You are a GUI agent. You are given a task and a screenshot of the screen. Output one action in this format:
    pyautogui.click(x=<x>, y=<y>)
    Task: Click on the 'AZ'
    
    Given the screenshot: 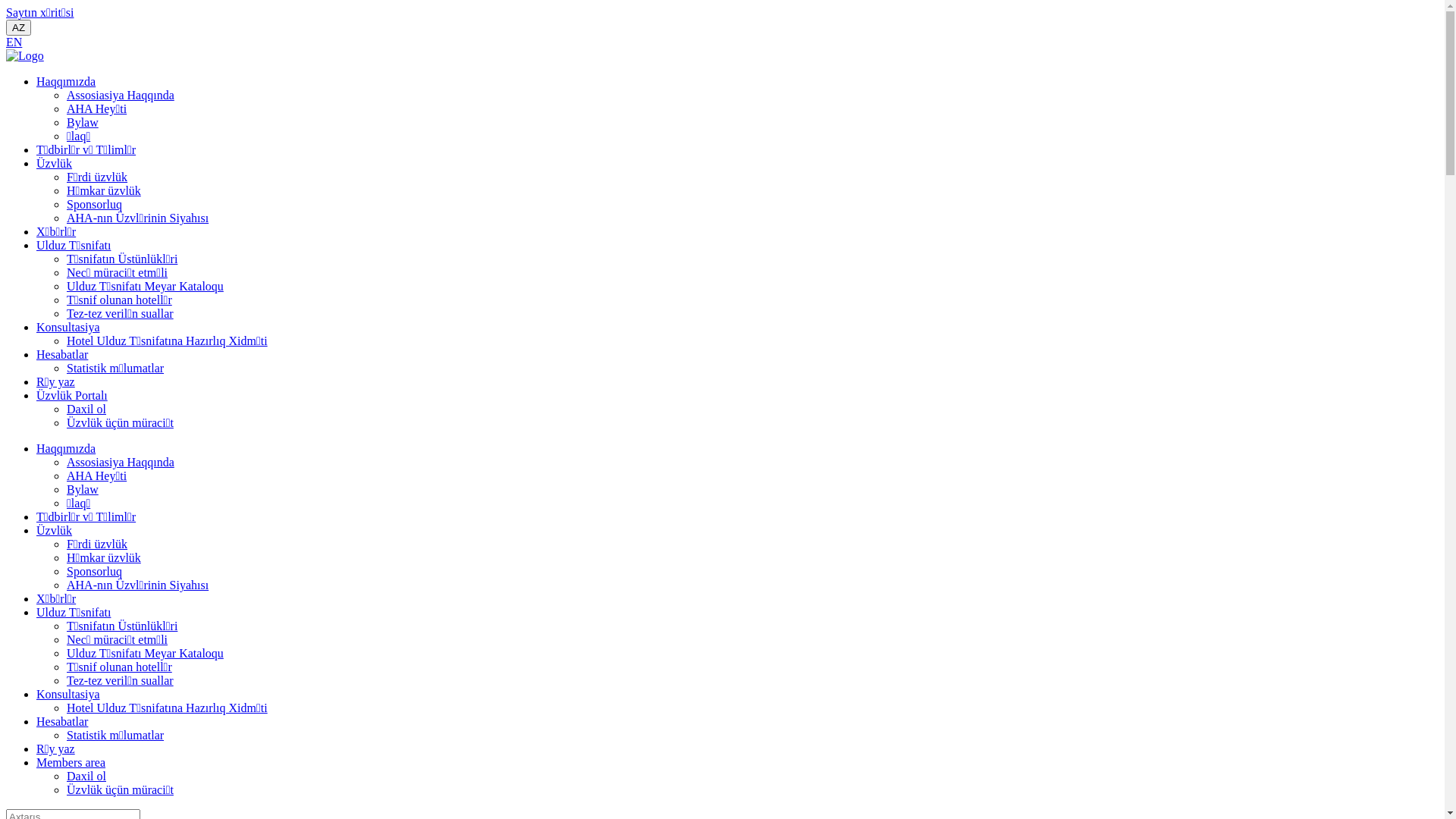 What is the action you would take?
    pyautogui.click(x=18, y=27)
    